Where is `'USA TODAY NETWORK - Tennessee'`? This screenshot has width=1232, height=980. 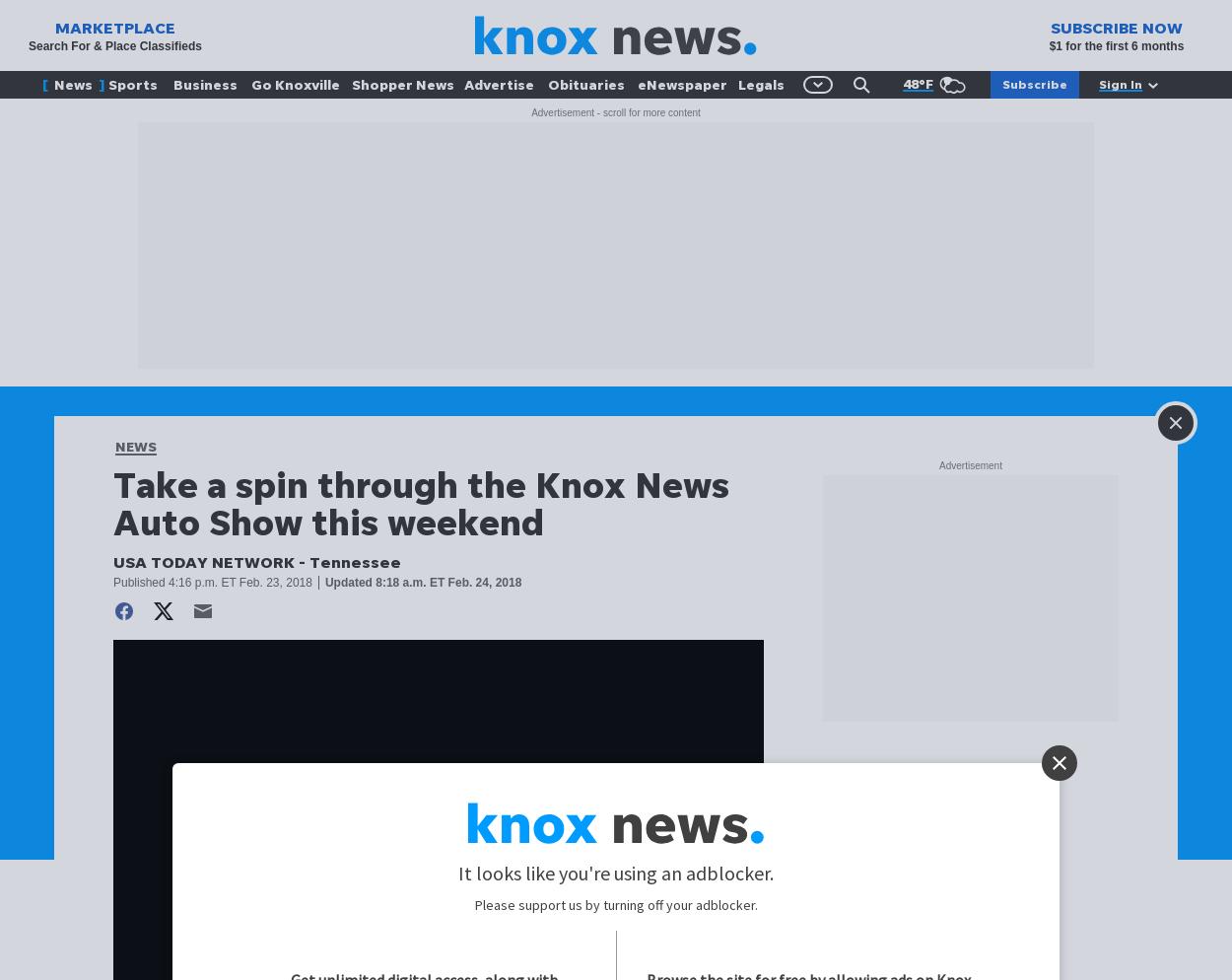 'USA TODAY NETWORK - Tennessee' is located at coordinates (257, 561).